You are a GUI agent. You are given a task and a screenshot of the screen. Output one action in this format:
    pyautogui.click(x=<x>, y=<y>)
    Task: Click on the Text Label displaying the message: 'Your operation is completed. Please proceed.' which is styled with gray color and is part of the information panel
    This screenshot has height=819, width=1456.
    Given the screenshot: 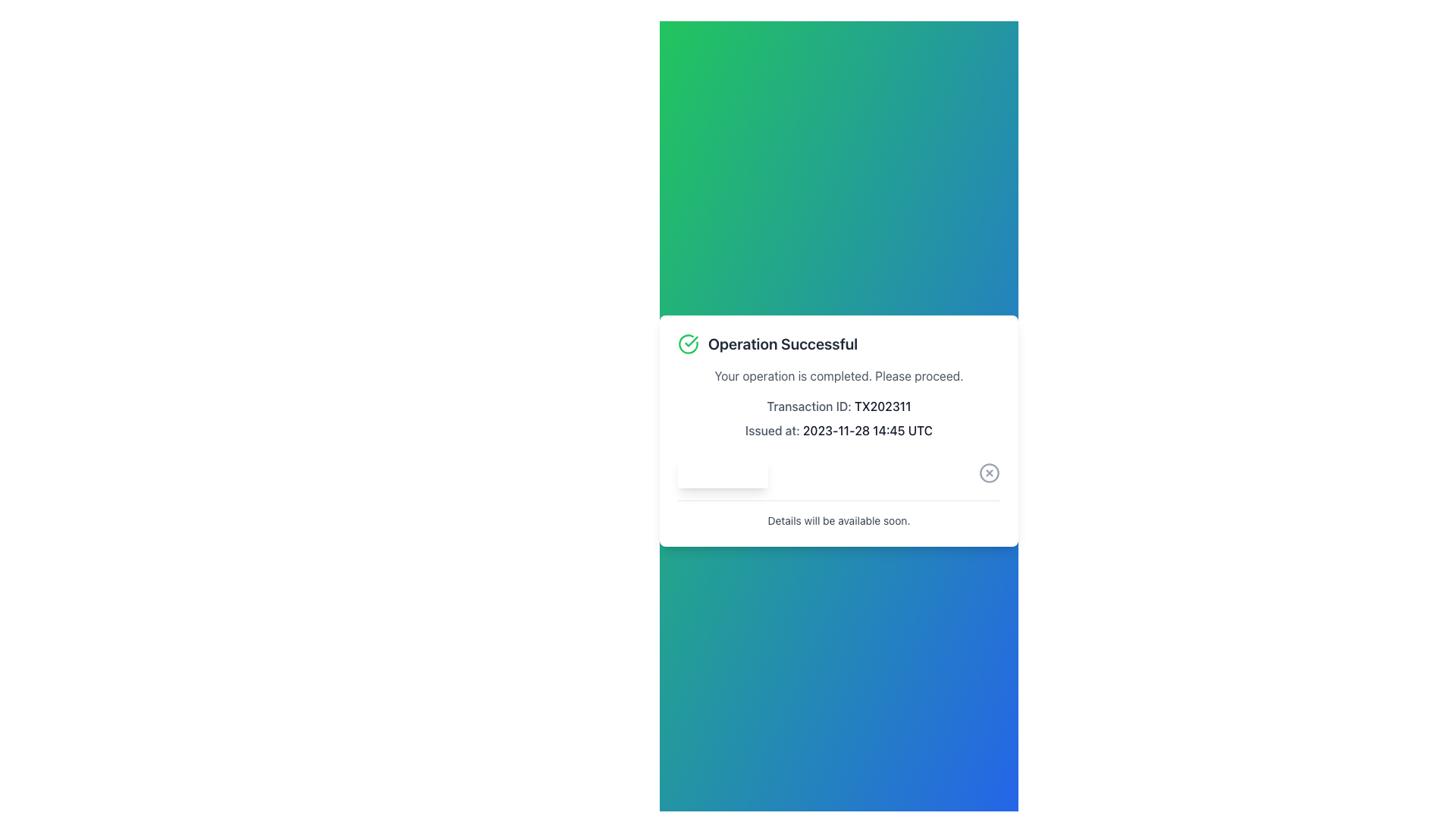 What is the action you would take?
    pyautogui.click(x=838, y=375)
    